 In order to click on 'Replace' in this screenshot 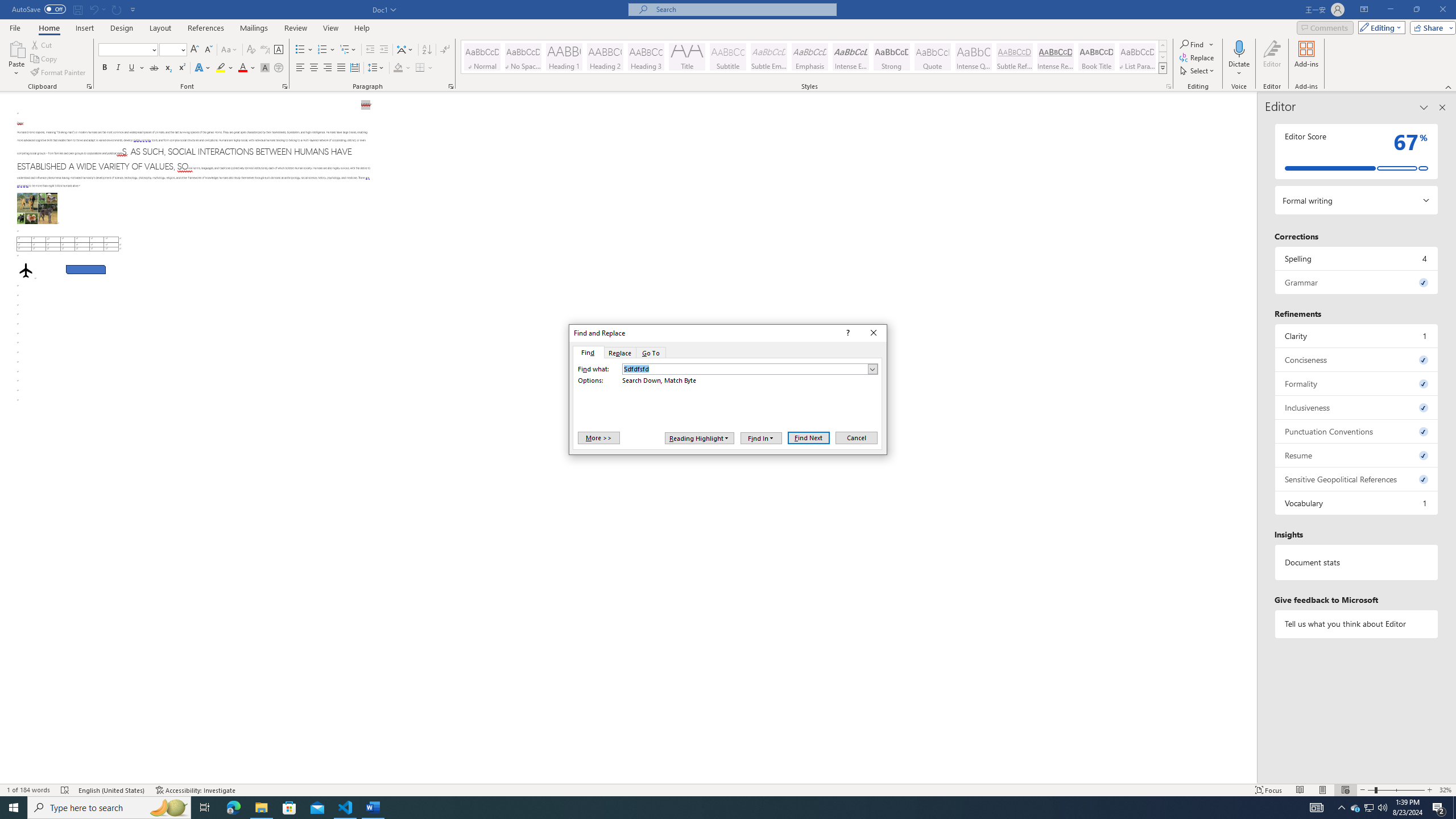, I will do `click(619, 351)`.